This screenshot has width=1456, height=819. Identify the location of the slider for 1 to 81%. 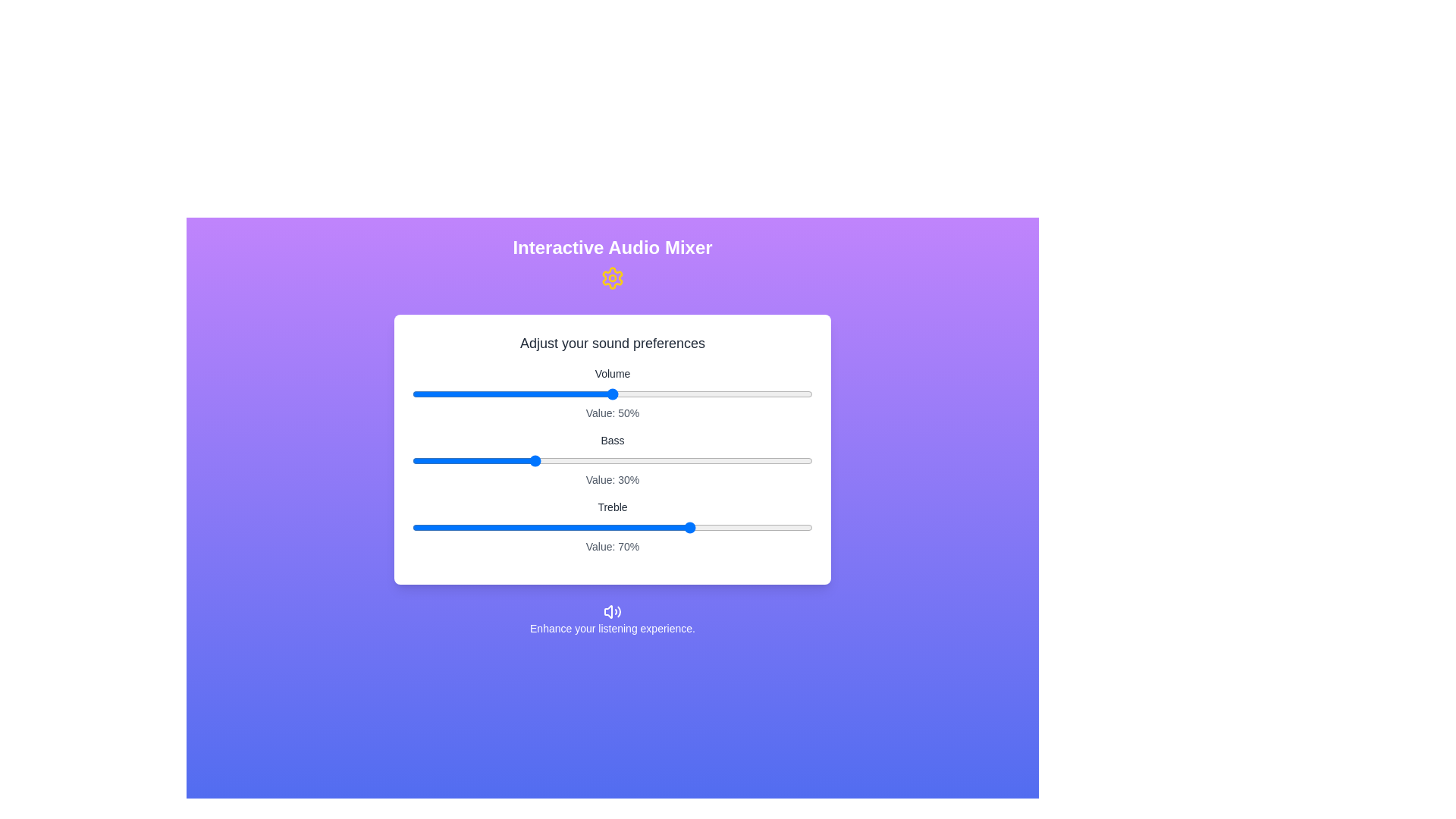
(736, 460).